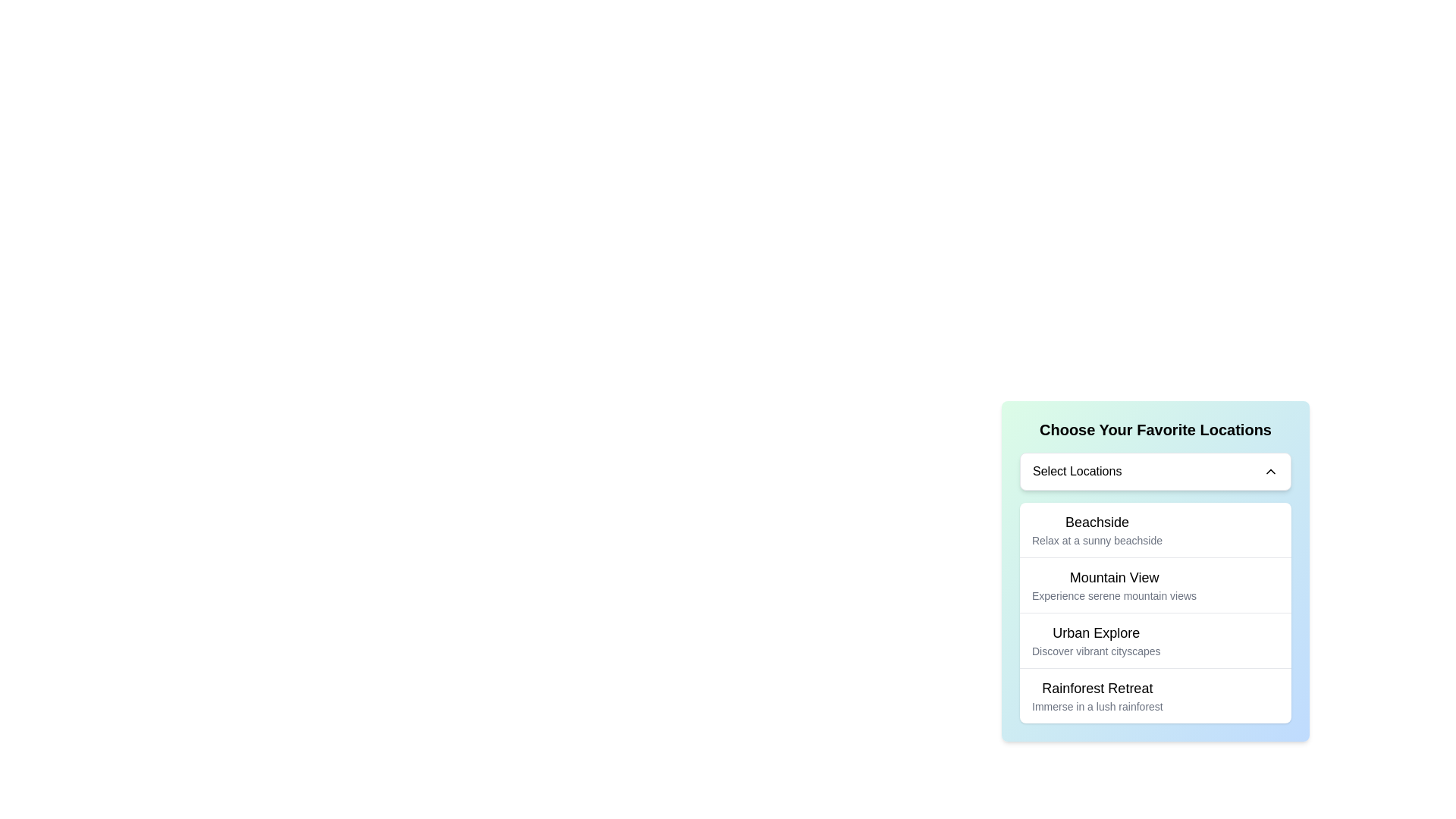 The height and width of the screenshot is (819, 1456). Describe the element at coordinates (1270, 470) in the screenshot. I see `the upward-pointing chevron icon in the 'Select Locations' section` at that location.